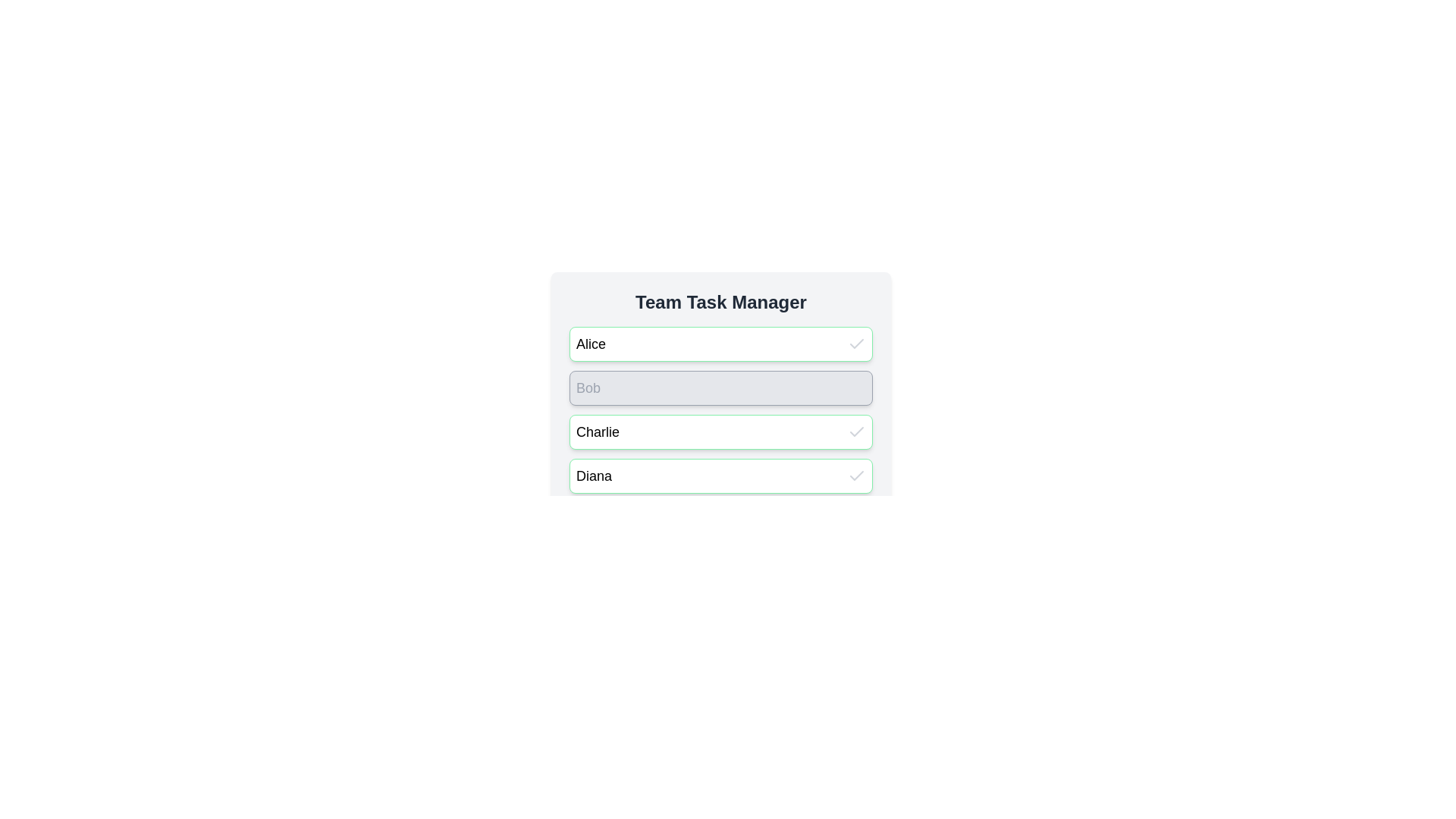 The image size is (1456, 819). What do you see at coordinates (720, 391) in the screenshot?
I see `the List Item element labeled 'Bob' which is the second item in the Team Task Manager list` at bounding box center [720, 391].